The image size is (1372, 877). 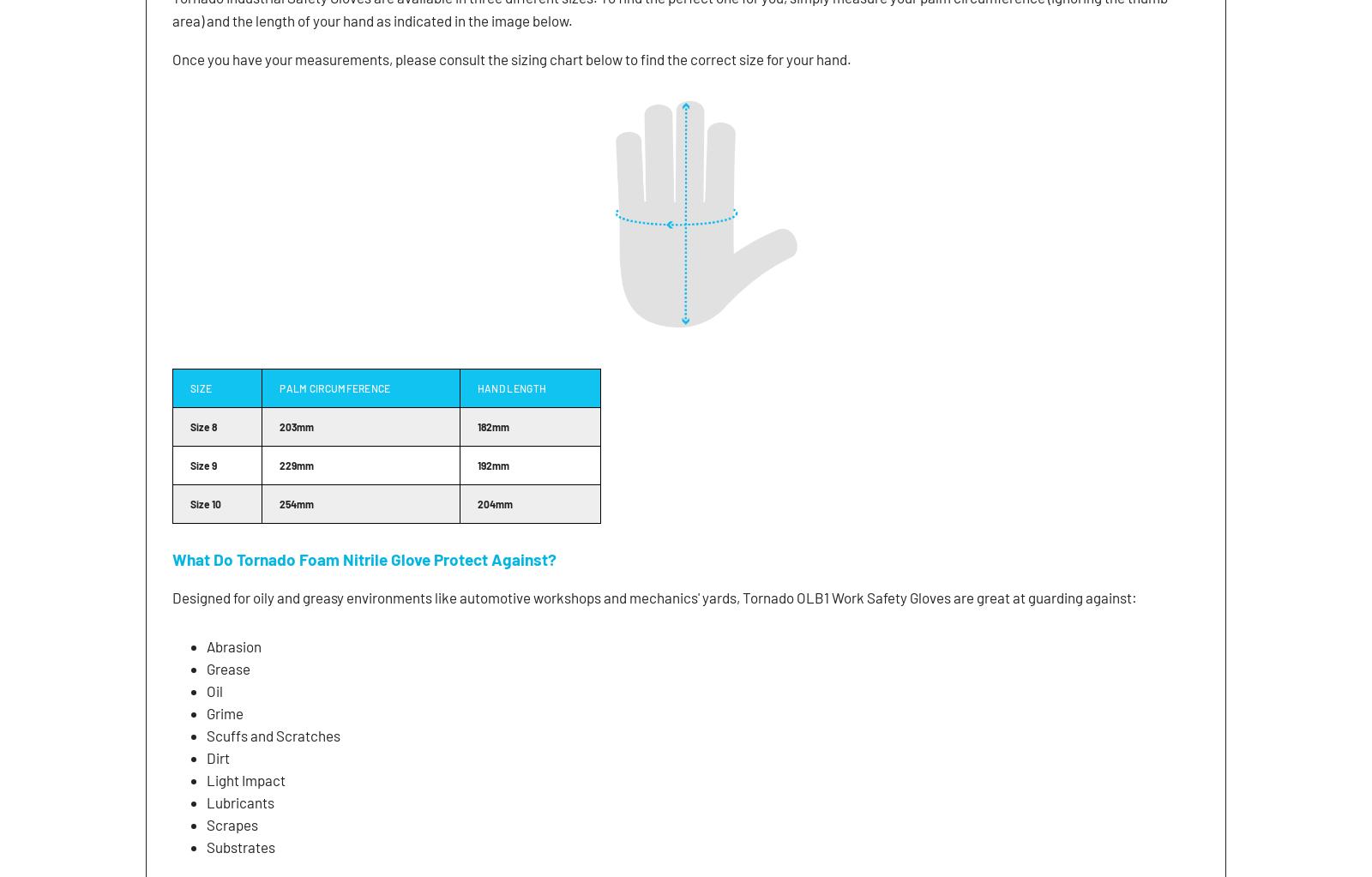 What do you see at coordinates (296, 463) in the screenshot?
I see `'229mm'` at bounding box center [296, 463].